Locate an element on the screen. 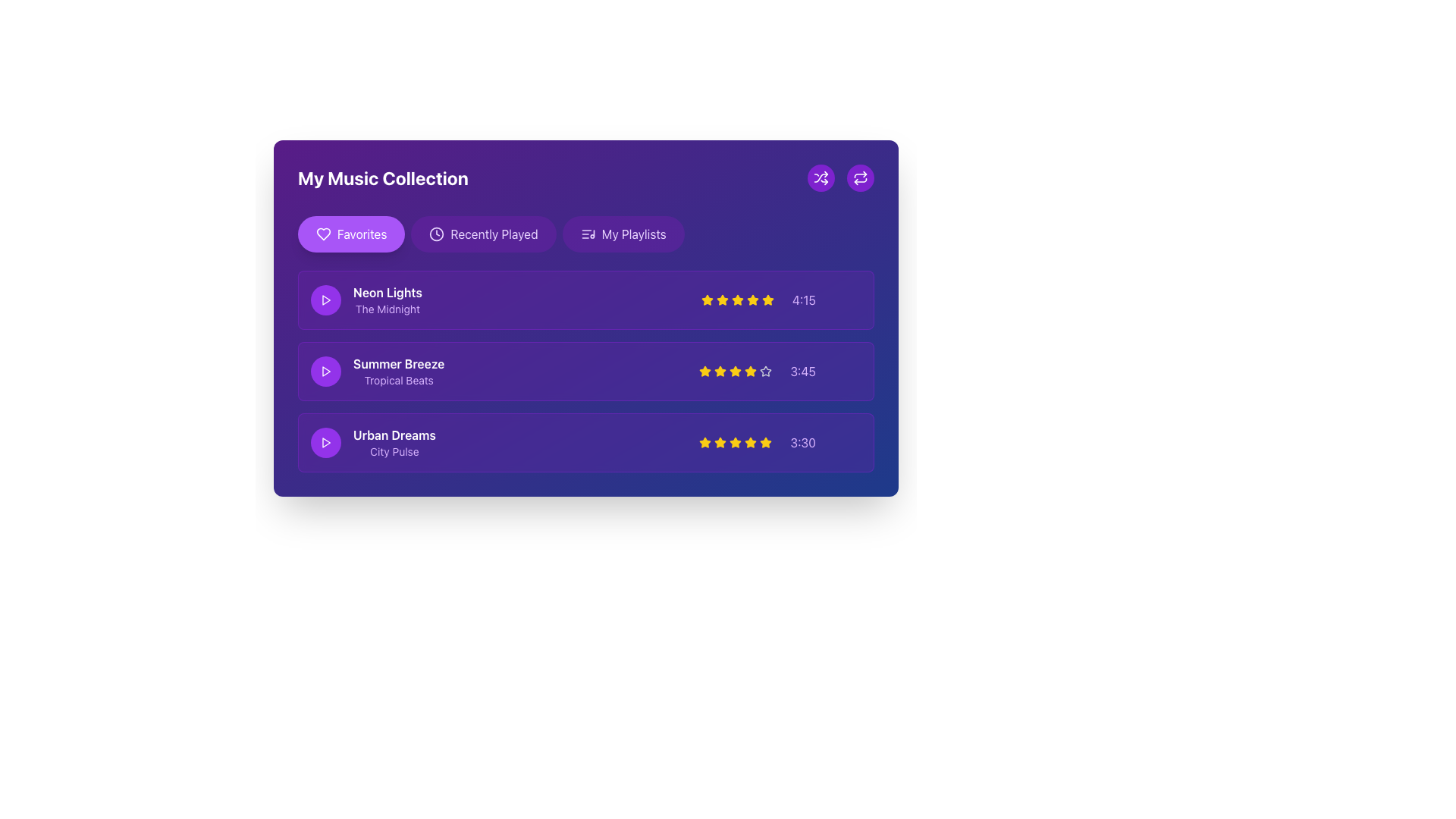 The height and width of the screenshot is (819, 1456). the SVG-based play icon, which serves as the play button for the 'Summer Breeze' playlist item, to provide visual feedback is located at coordinates (325, 300).